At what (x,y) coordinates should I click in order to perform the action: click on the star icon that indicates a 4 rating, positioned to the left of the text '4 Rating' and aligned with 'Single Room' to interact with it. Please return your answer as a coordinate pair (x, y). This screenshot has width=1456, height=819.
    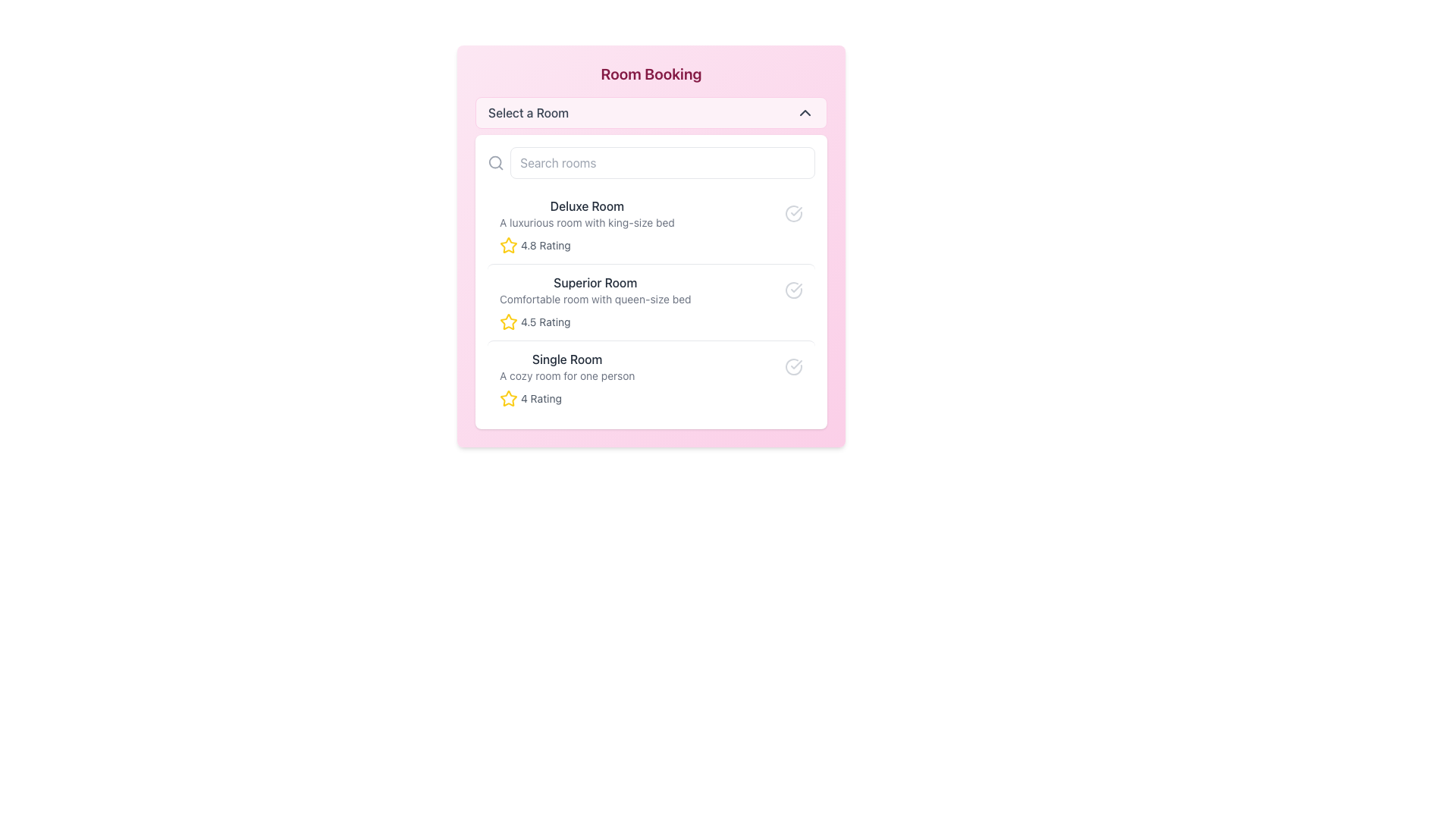
    Looking at the image, I should click on (509, 397).